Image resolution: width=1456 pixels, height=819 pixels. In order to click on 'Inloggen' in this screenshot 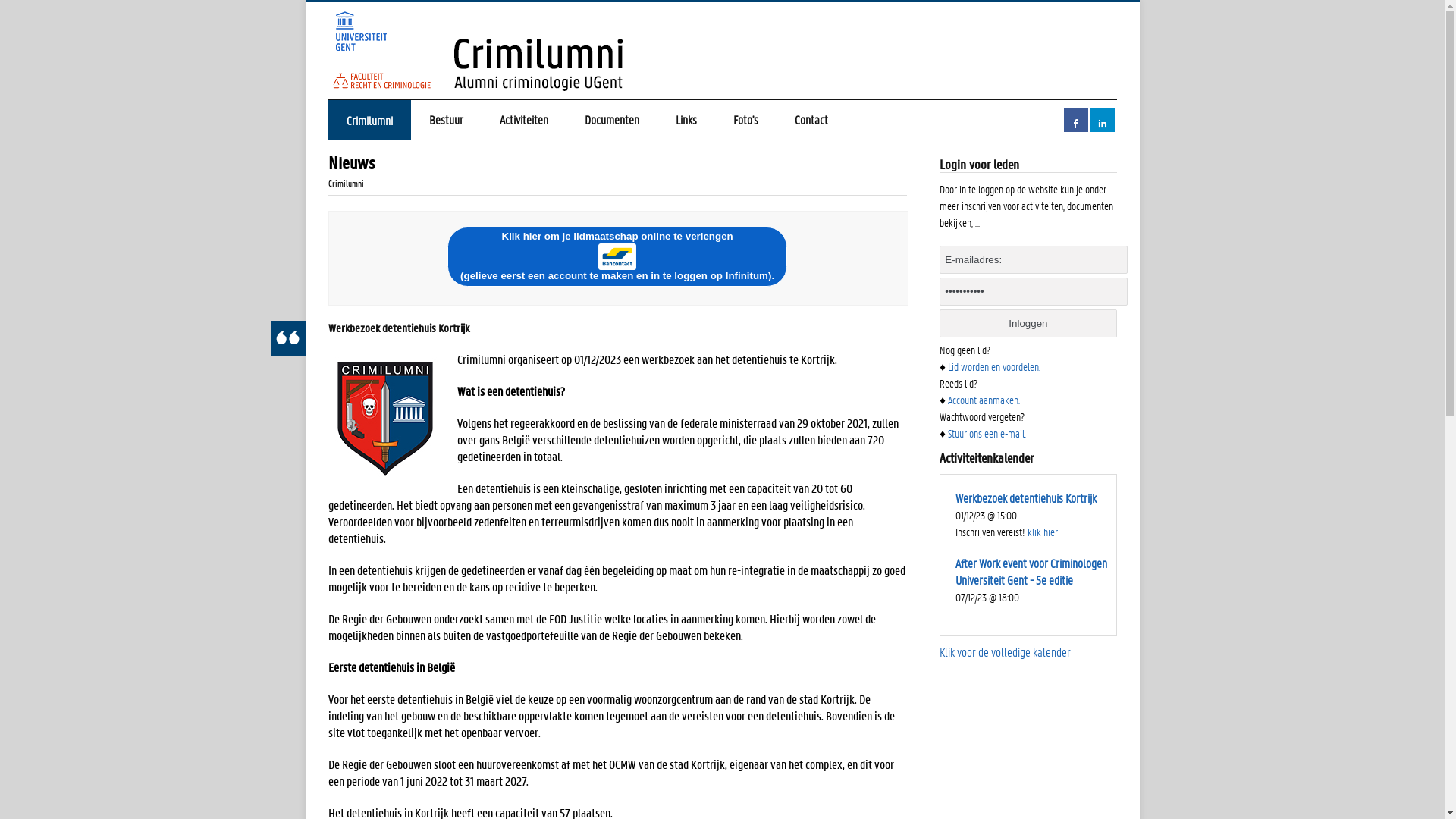, I will do `click(1028, 322)`.